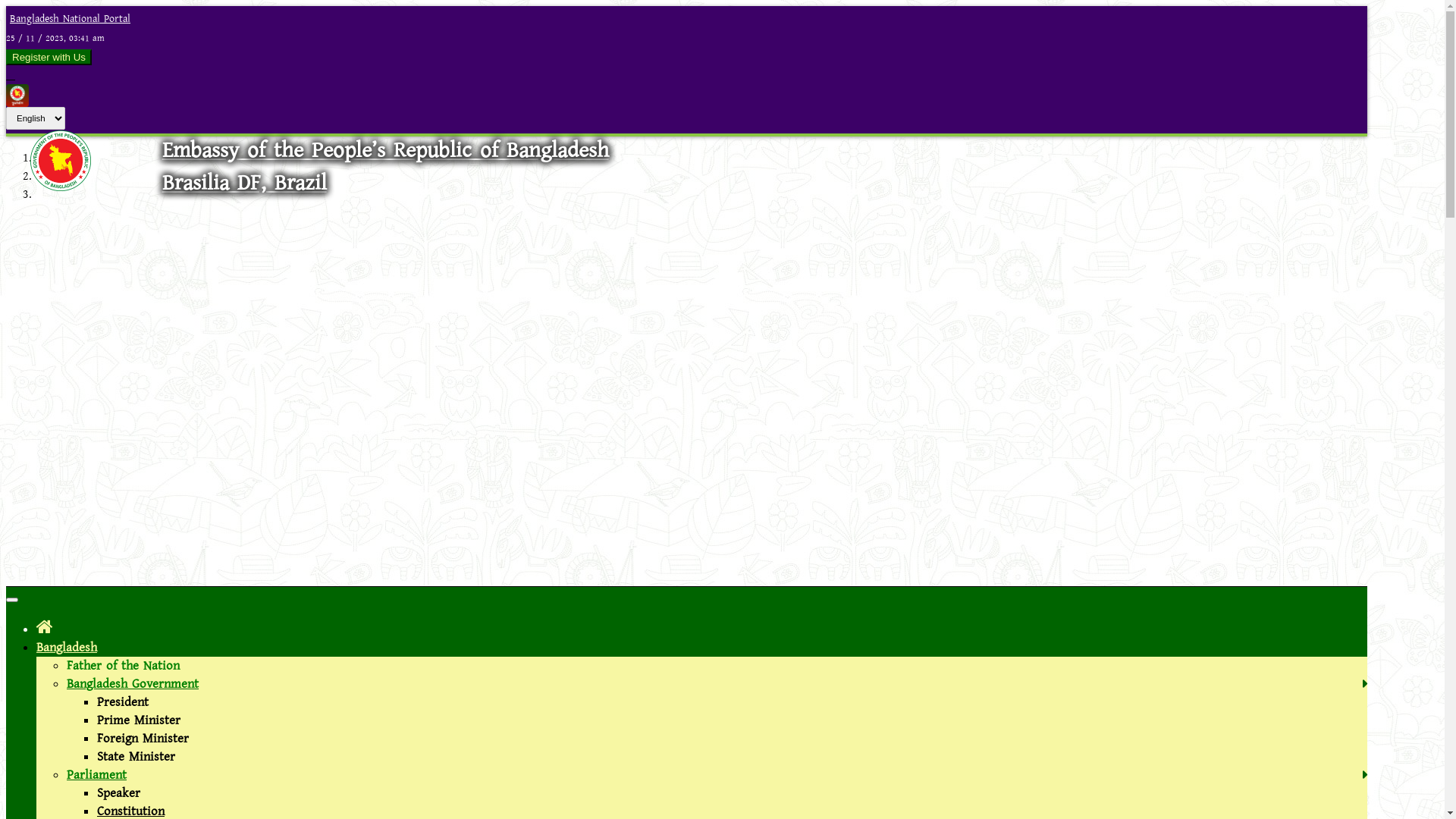 The width and height of the screenshot is (1456, 819). Describe the element at coordinates (65, 775) in the screenshot. I see `'Parliament'` at that location.